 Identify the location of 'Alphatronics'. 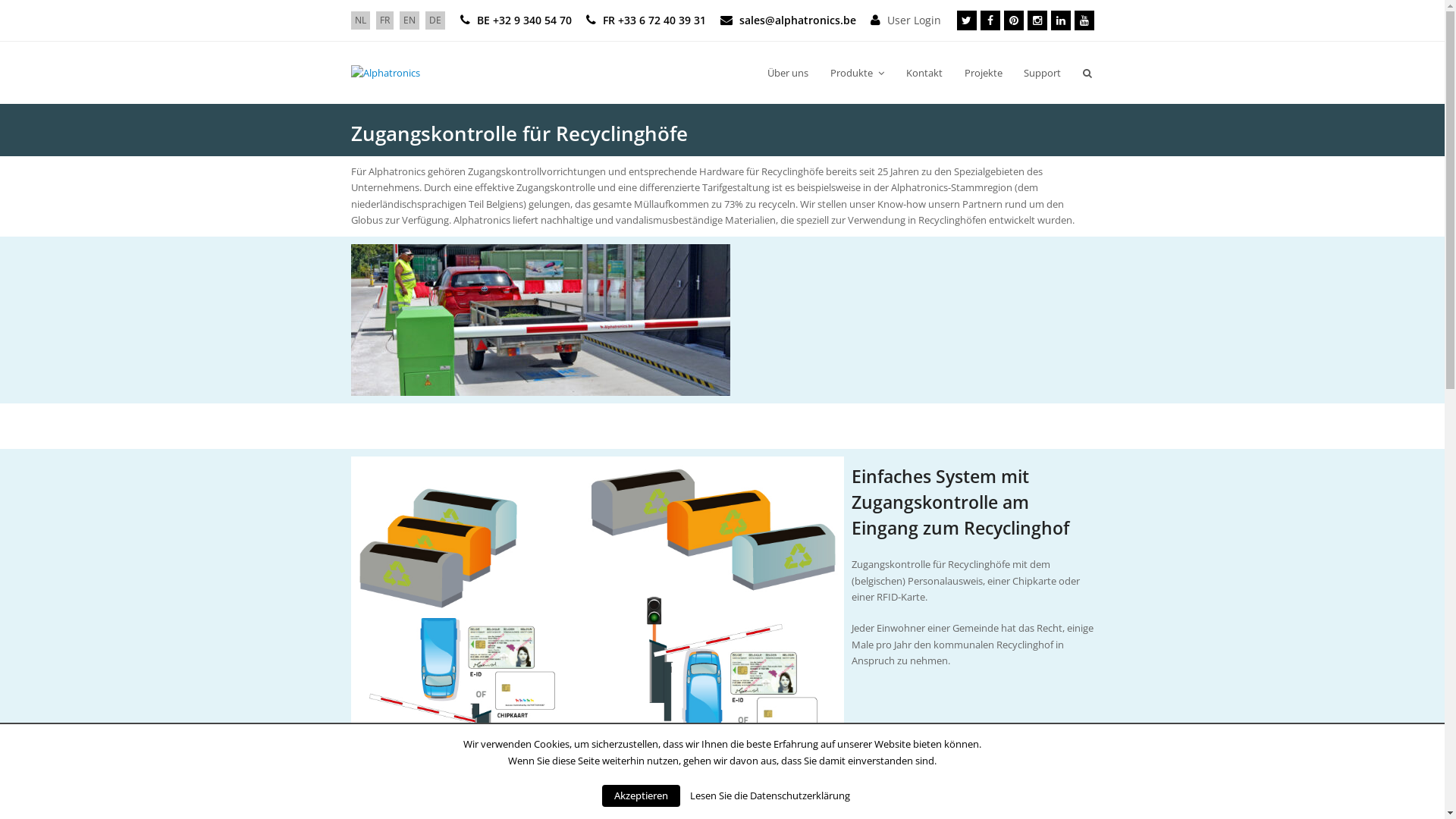
(384, 72).